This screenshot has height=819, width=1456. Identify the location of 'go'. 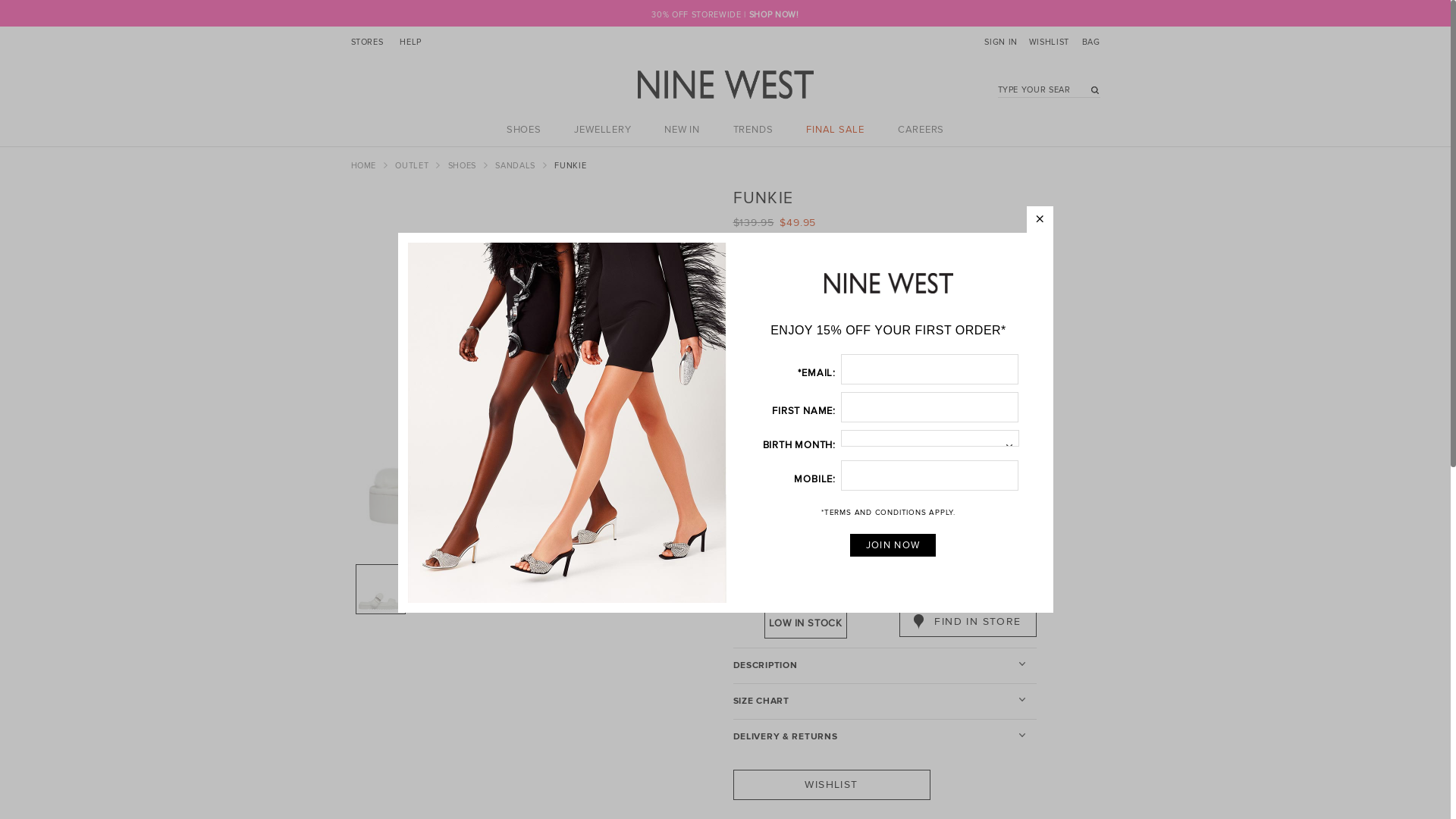
(1090, 92).